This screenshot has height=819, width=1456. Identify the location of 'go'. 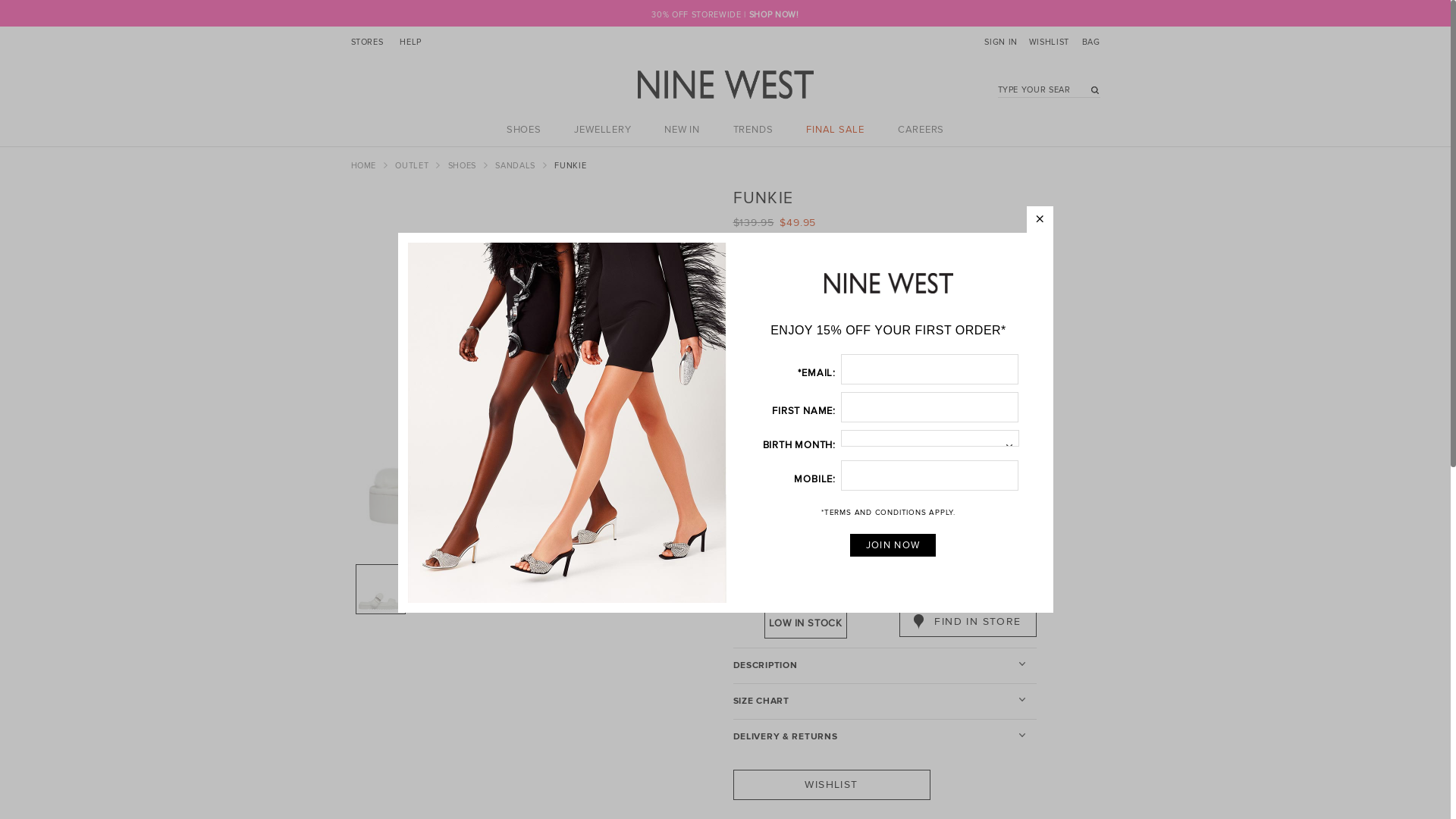
(1090, 92).